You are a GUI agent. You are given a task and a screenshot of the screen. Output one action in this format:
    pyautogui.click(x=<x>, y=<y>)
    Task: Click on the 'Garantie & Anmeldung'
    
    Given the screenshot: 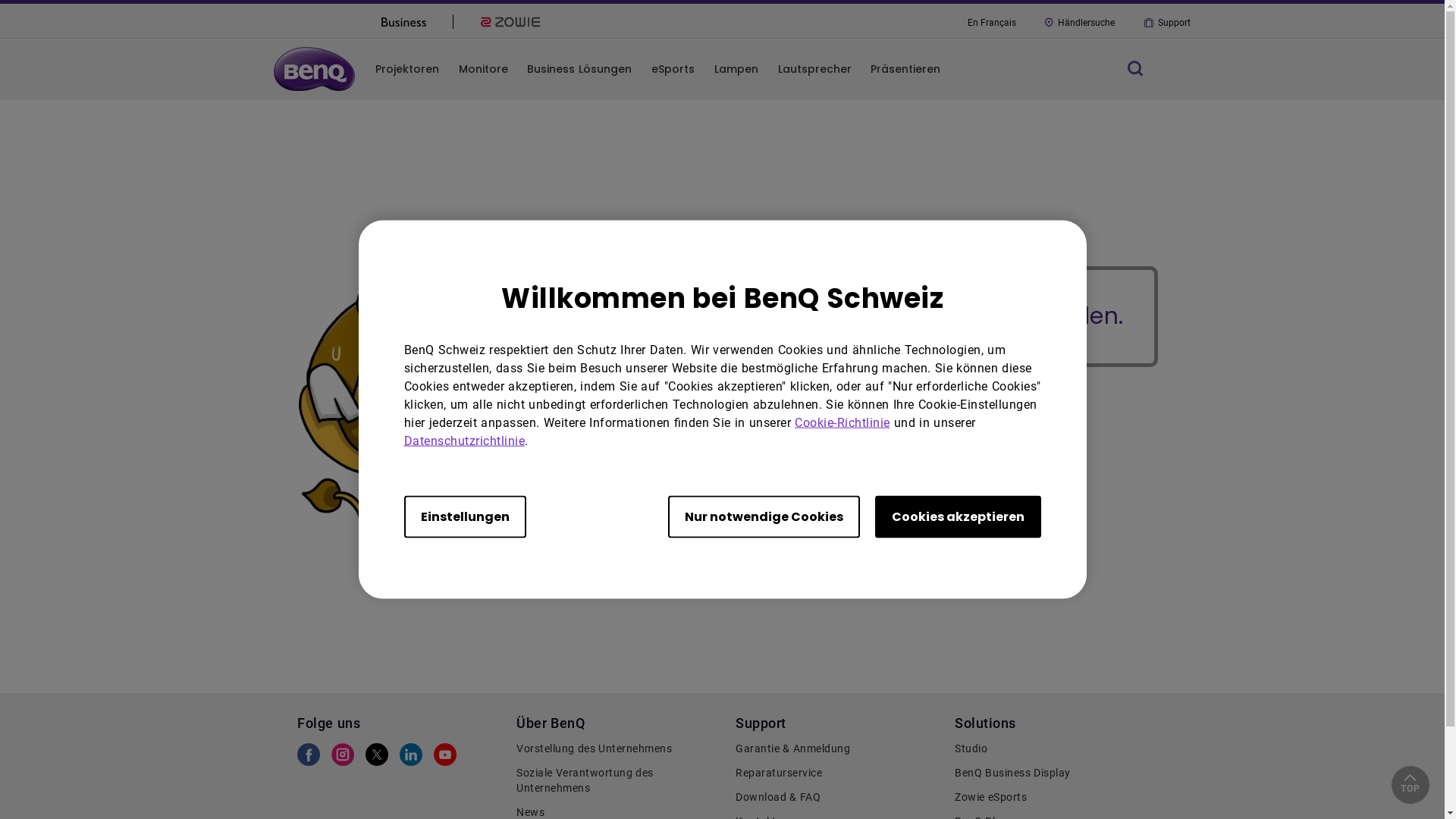 What is the action you would take?
    pyautogui.click(x=836, y=748)
    